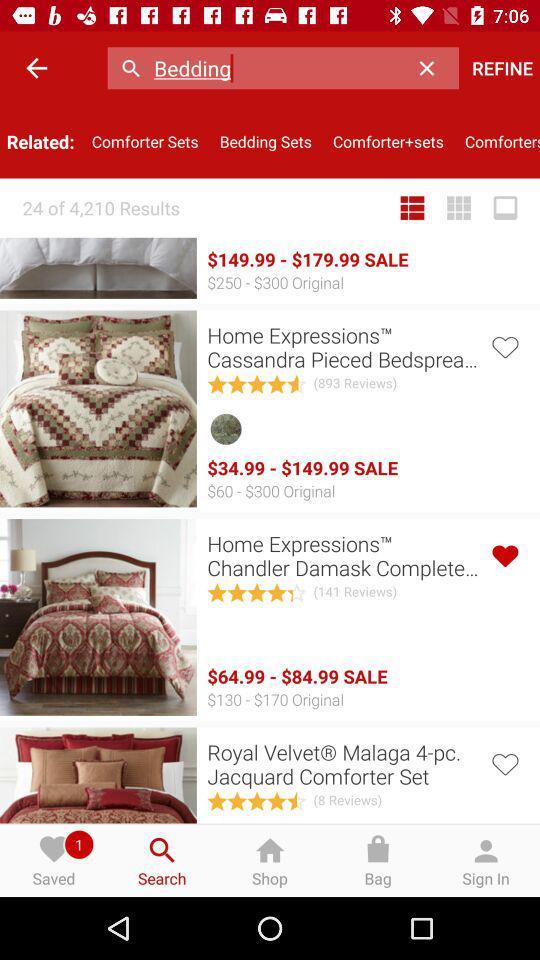 The height and width of the screenshot is (960, 540). I want to click on item to the right of the comforter sets item, so click(265, 140).